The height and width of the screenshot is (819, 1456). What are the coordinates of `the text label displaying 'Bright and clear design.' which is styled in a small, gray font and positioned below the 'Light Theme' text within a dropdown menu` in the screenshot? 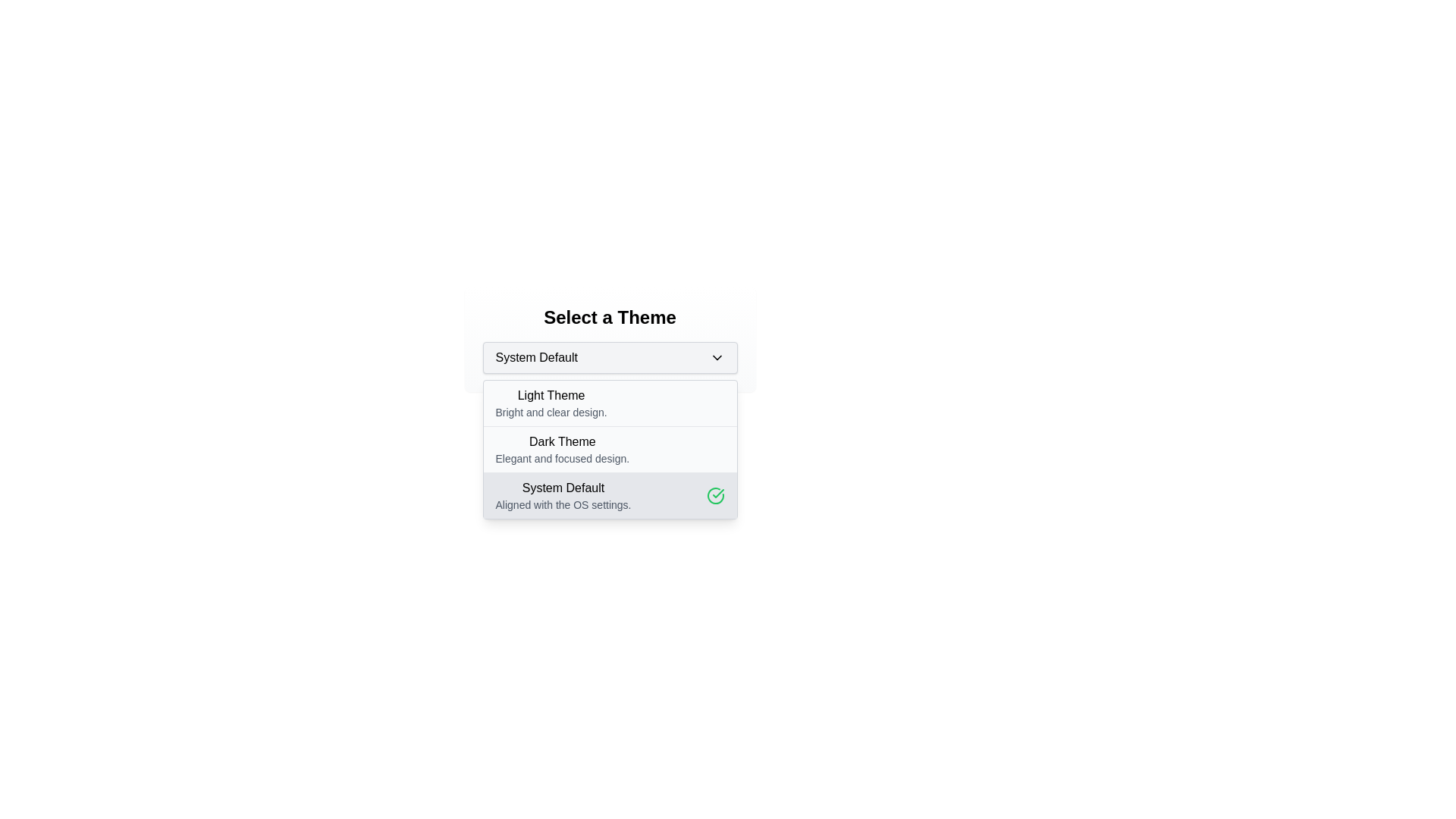 It's located at (551, 412).